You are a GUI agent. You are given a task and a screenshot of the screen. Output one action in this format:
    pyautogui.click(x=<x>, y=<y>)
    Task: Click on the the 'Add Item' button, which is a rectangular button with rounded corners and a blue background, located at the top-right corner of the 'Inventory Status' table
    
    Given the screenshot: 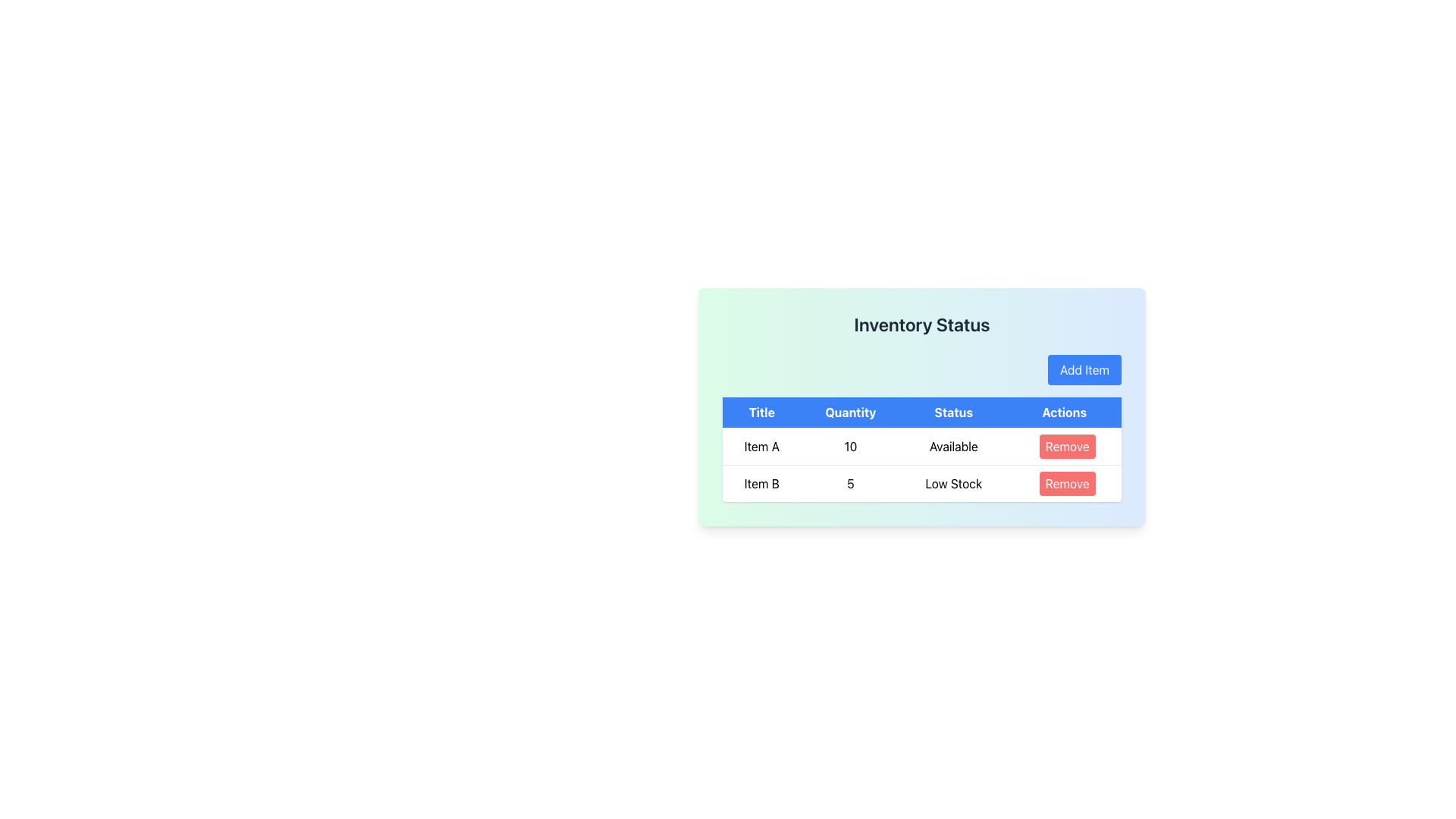 What is the action you would take?
    pyautogui.click(x=1084, y=370)
    